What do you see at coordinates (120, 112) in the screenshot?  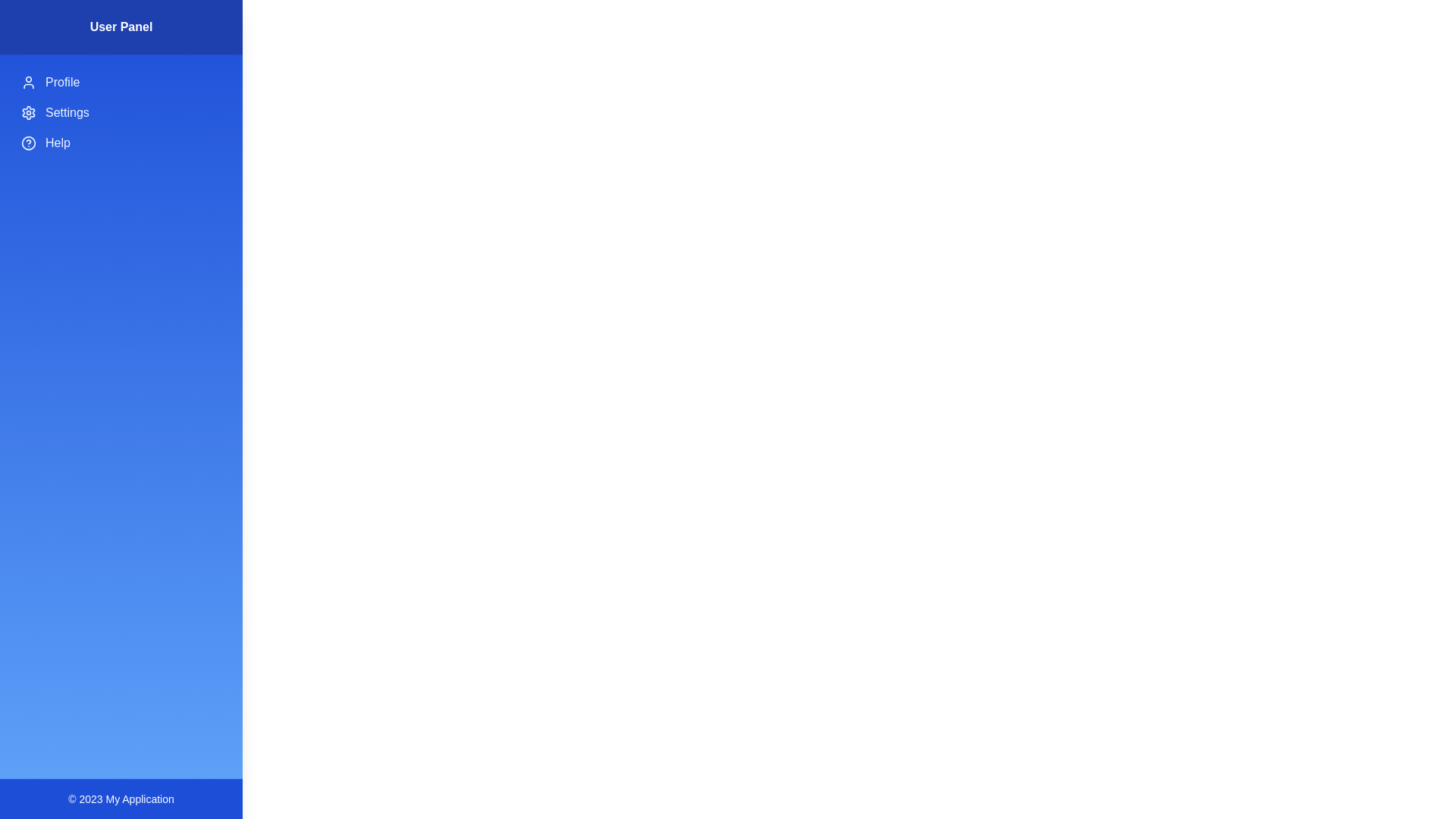 I see `the 'Settings' menu item to open its corresponding functionality` at bounding box center [120, 112].